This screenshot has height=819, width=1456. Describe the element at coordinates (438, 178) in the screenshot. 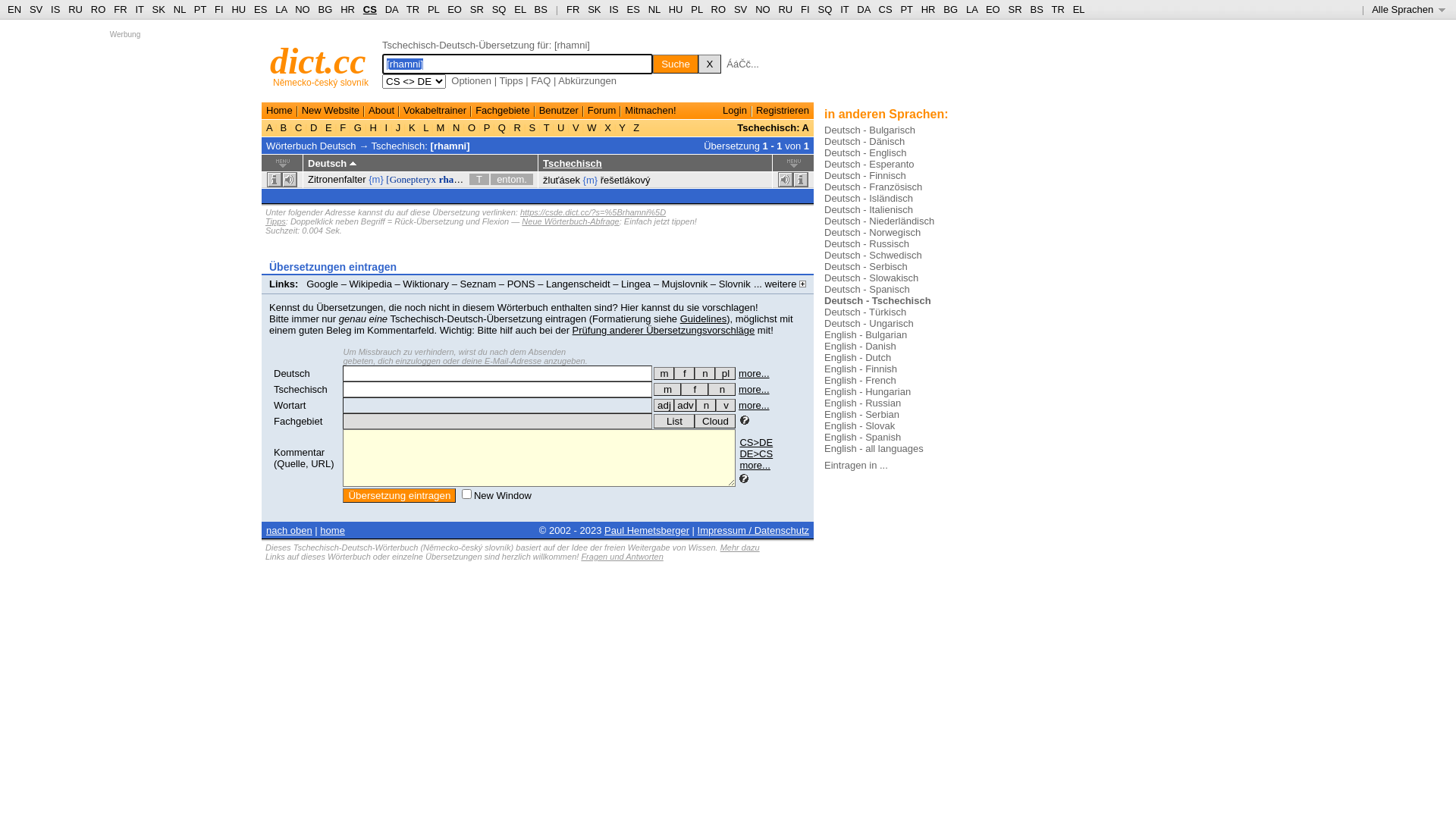

I see `'rhamni]'` at that location.